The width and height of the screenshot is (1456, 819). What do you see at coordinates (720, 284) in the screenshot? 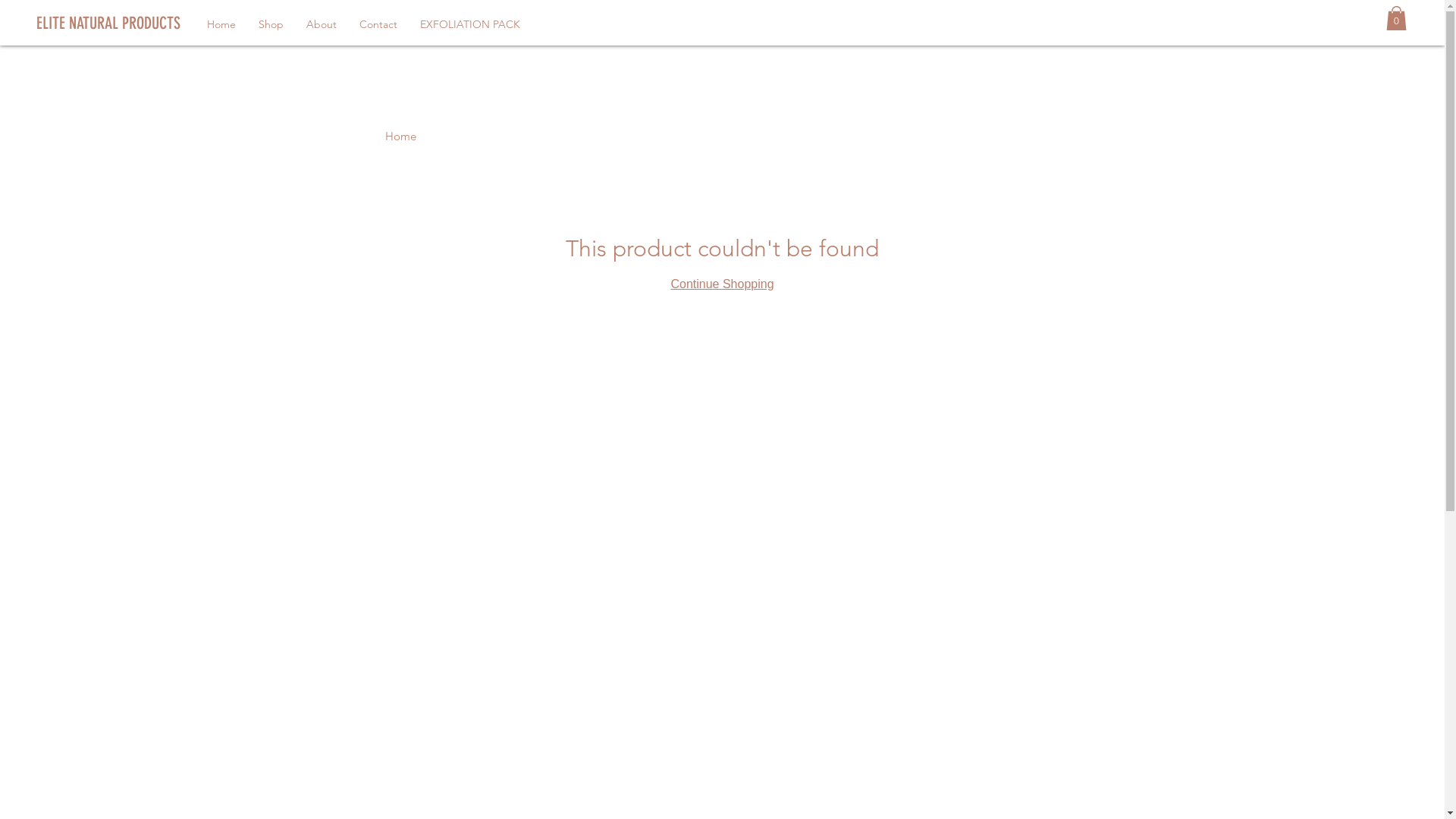
I see `'Continue Shopping'` at bounding box center [720, 284].